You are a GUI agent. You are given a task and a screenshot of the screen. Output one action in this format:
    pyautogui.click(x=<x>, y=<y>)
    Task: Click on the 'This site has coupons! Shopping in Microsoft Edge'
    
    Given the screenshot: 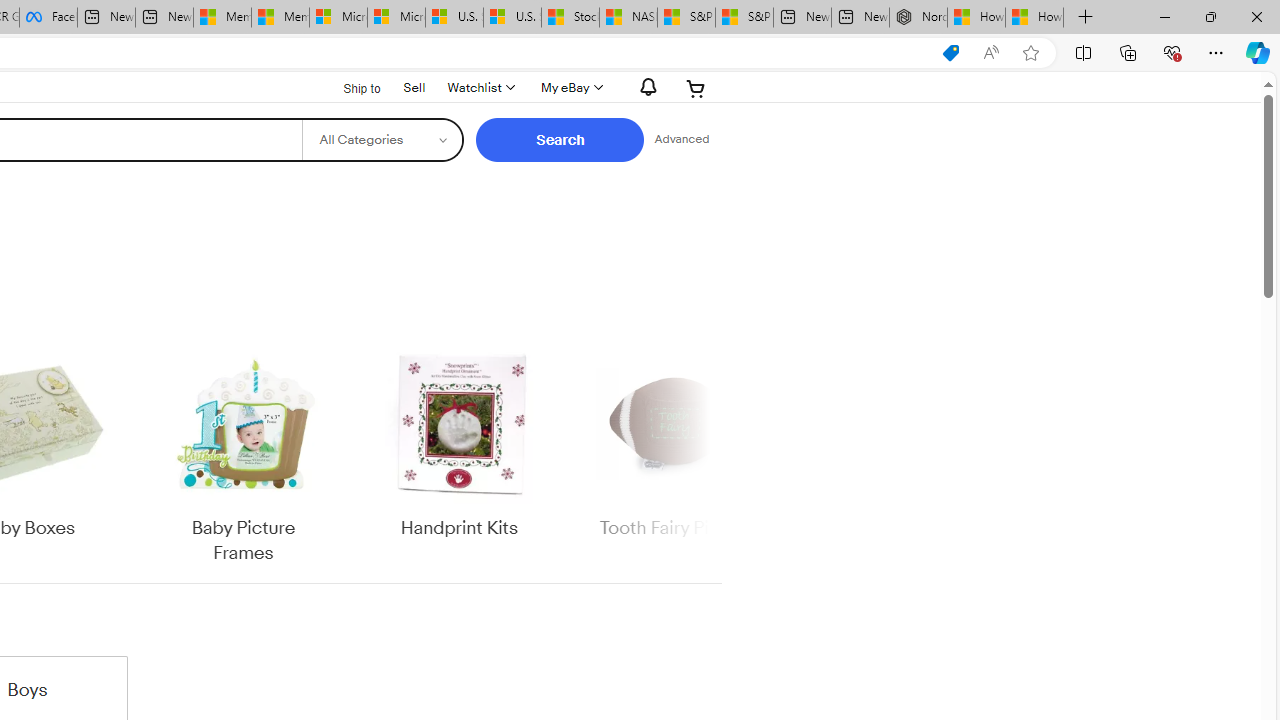 What is the action you would take?
    pyautogui.click(x=950, y=52)
    